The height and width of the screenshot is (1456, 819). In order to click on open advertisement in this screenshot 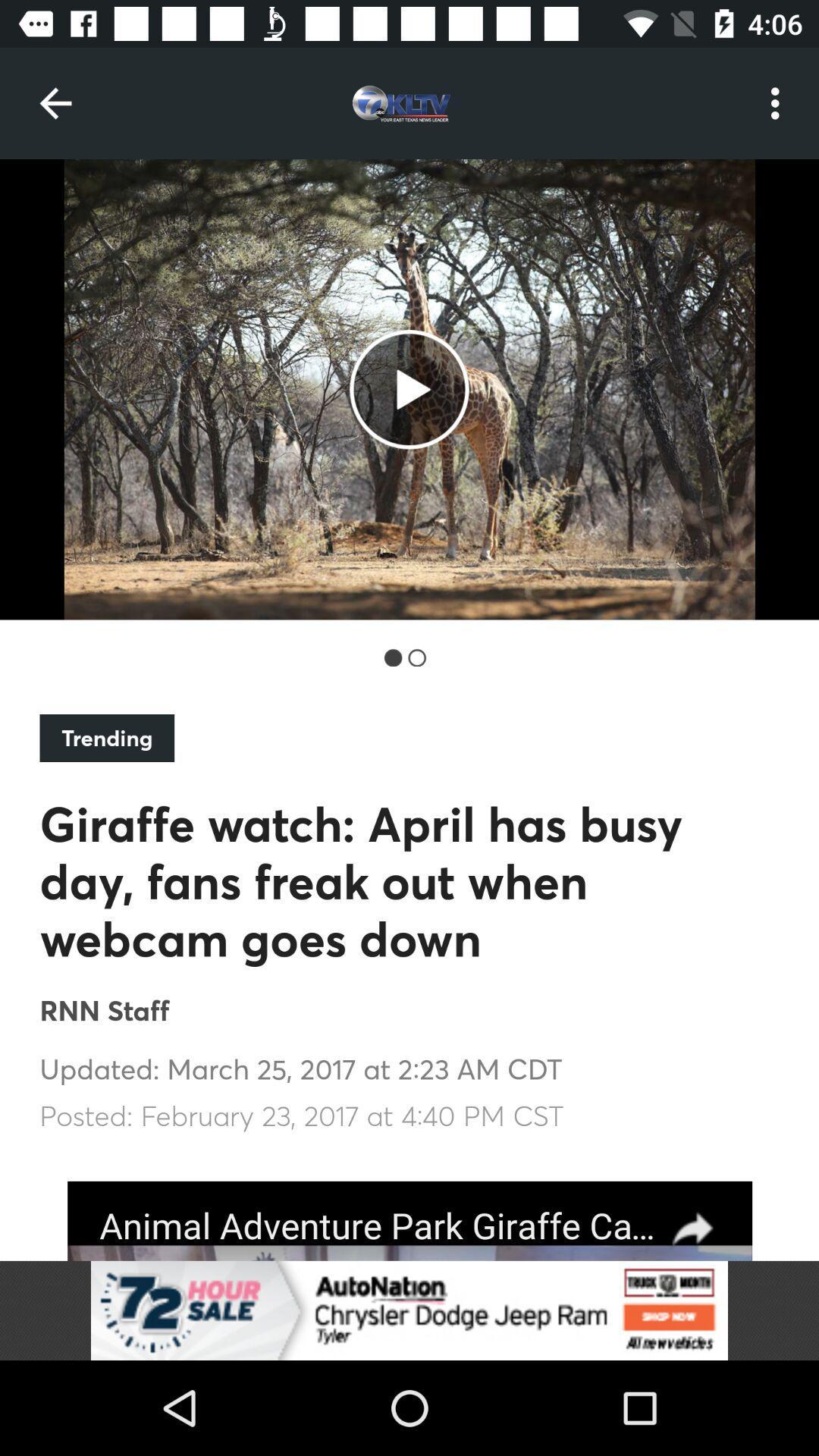, I will do `click(409, 1310)`.